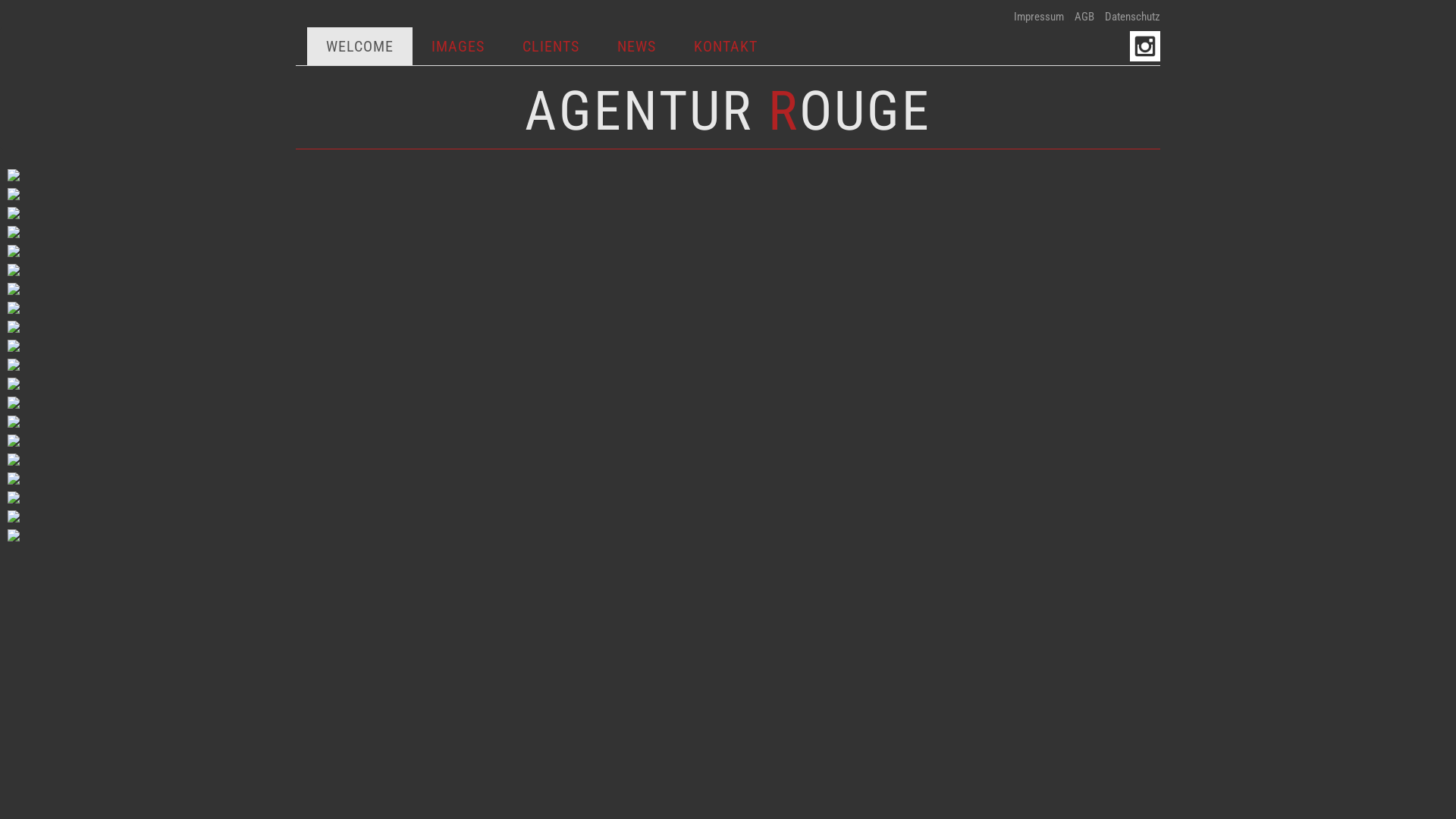 Image resolution: width=1456 pixels, height=819 pixels. I want to click on 'KONTAKT', so click(724, 45).